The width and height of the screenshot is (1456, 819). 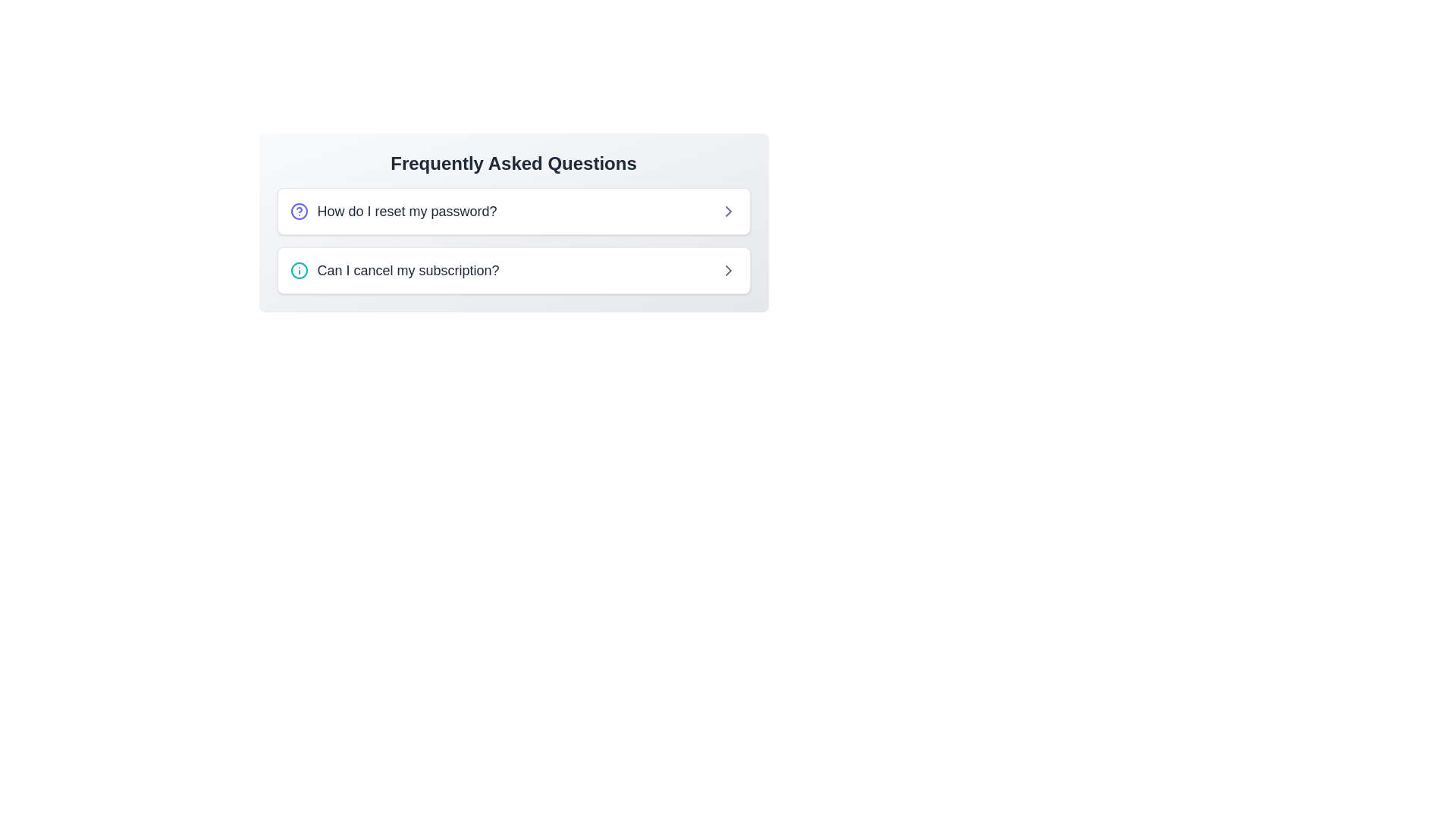 I want to click on the icon located at the extreme right of the 'How do I reset my password?' question in the FAQ section, so click(x=728, y=211).